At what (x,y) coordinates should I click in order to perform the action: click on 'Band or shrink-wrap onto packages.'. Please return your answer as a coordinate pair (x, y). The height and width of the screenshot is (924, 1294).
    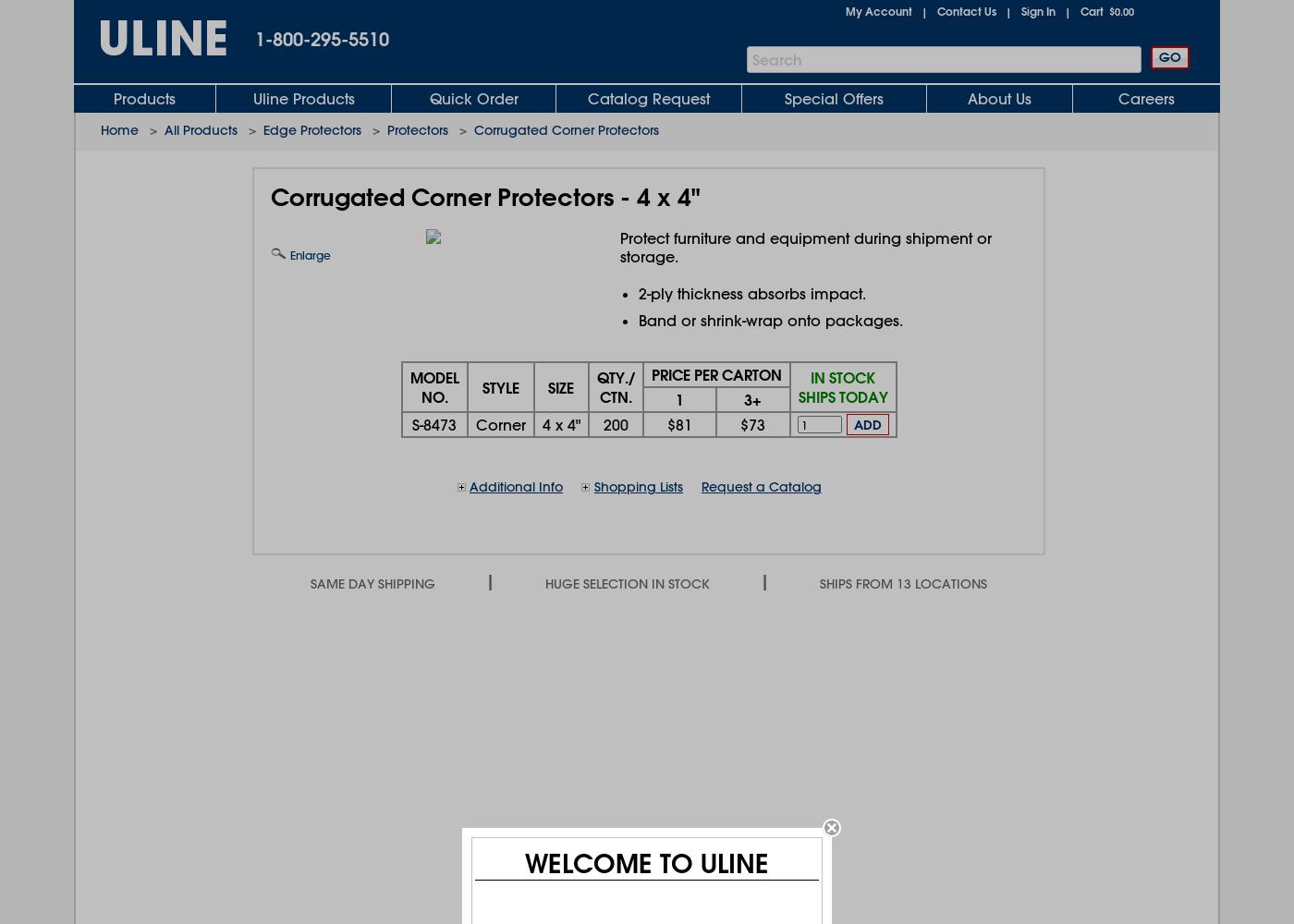
    Looking at the image, I should click on (770, 320).